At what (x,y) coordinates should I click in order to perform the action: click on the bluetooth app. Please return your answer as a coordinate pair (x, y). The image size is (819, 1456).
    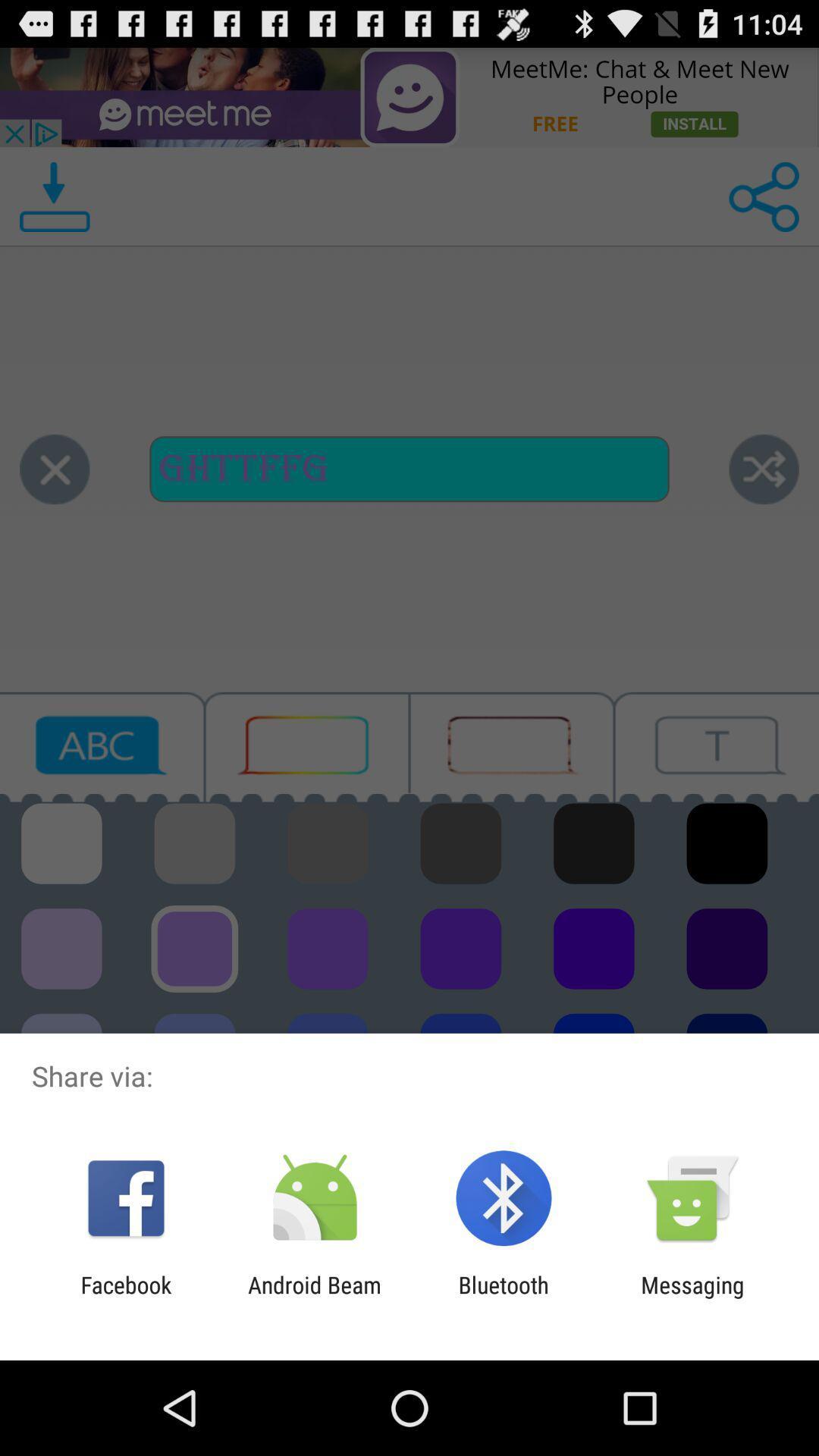
    Looking at the image, I should click on (504, 1298).